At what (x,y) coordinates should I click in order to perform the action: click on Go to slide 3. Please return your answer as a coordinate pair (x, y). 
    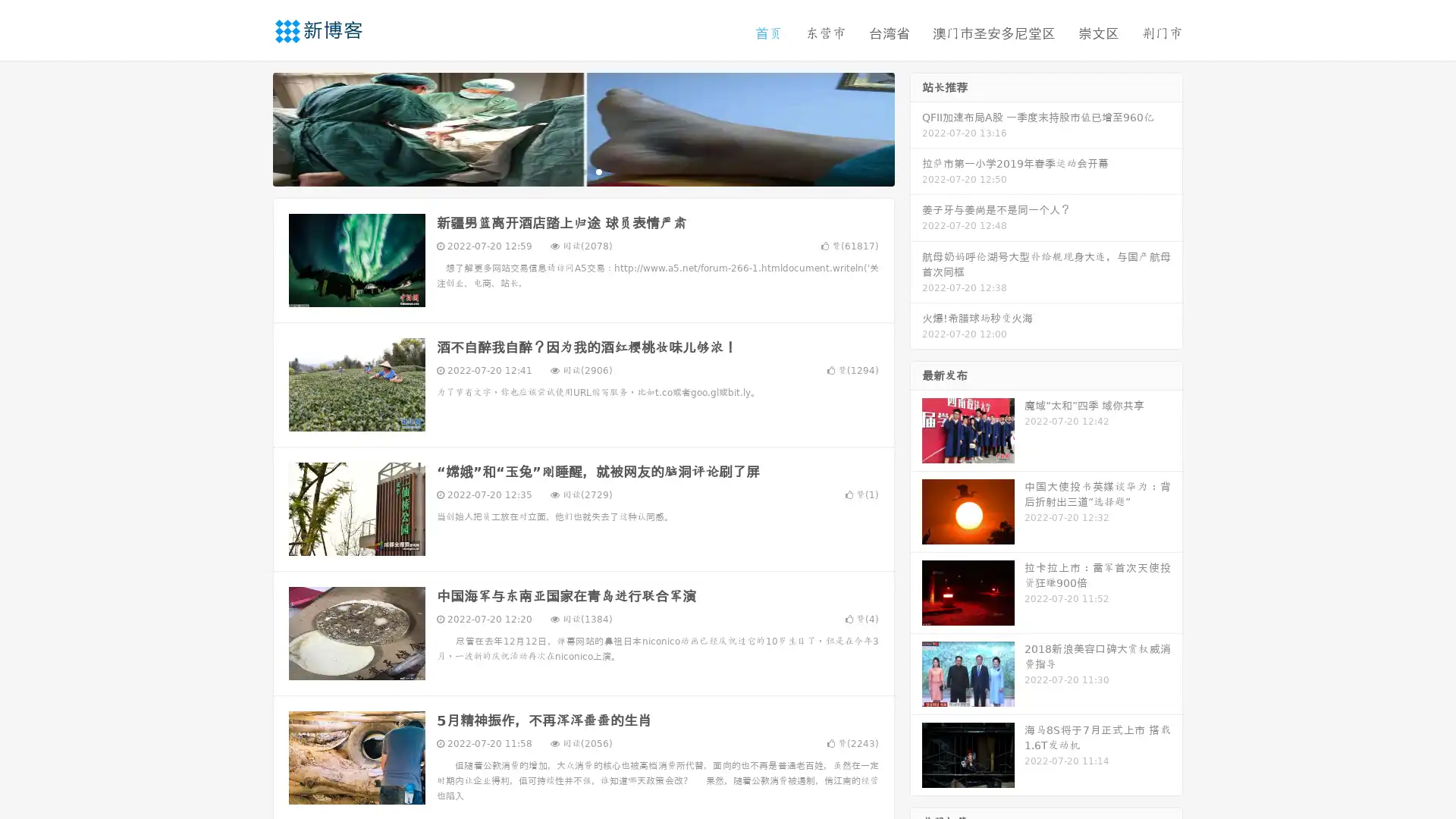
    Looking at the image, I should click on (598, 171).